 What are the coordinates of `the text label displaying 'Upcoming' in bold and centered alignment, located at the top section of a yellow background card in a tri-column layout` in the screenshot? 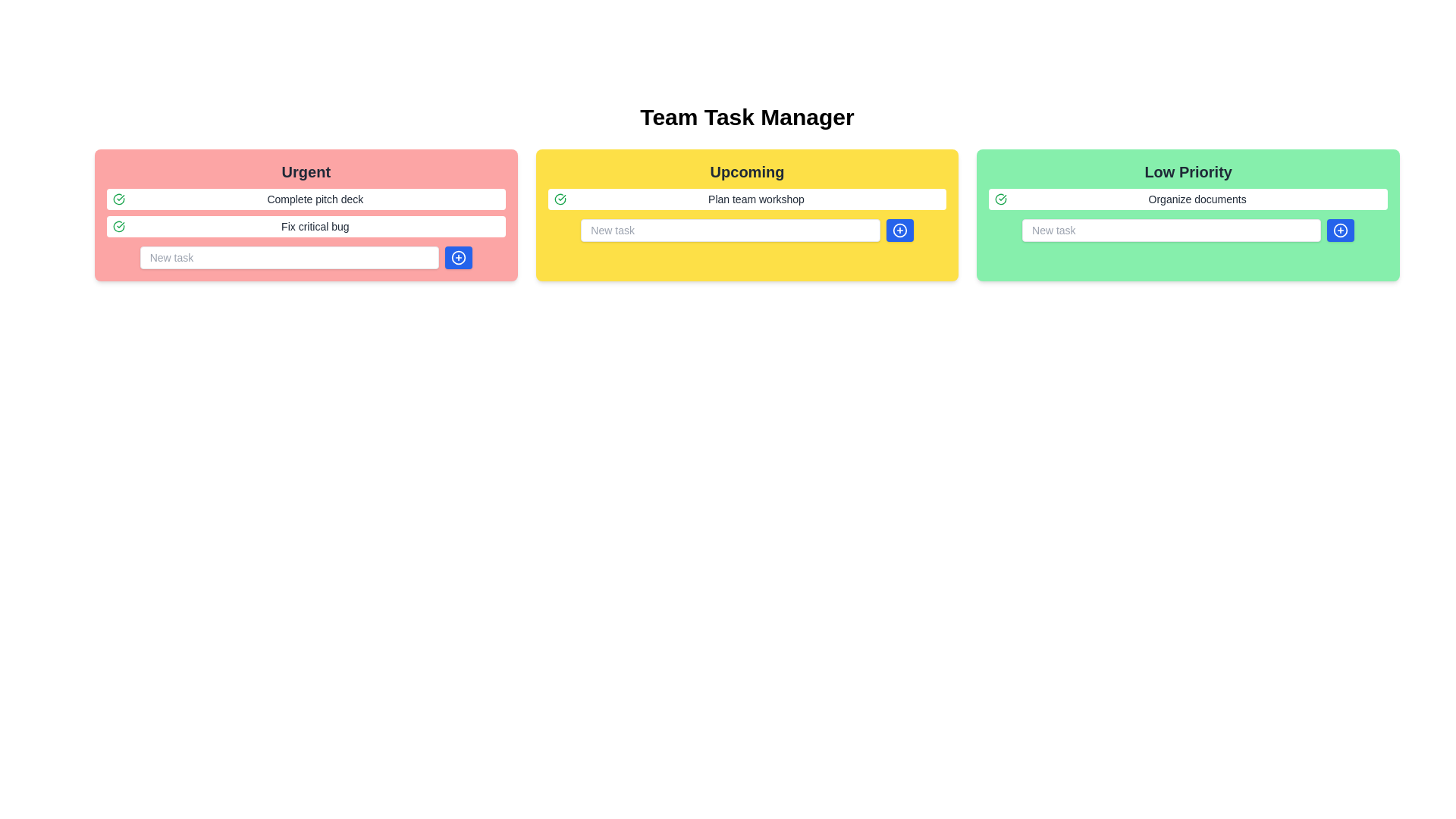 It's located at (747, 171).